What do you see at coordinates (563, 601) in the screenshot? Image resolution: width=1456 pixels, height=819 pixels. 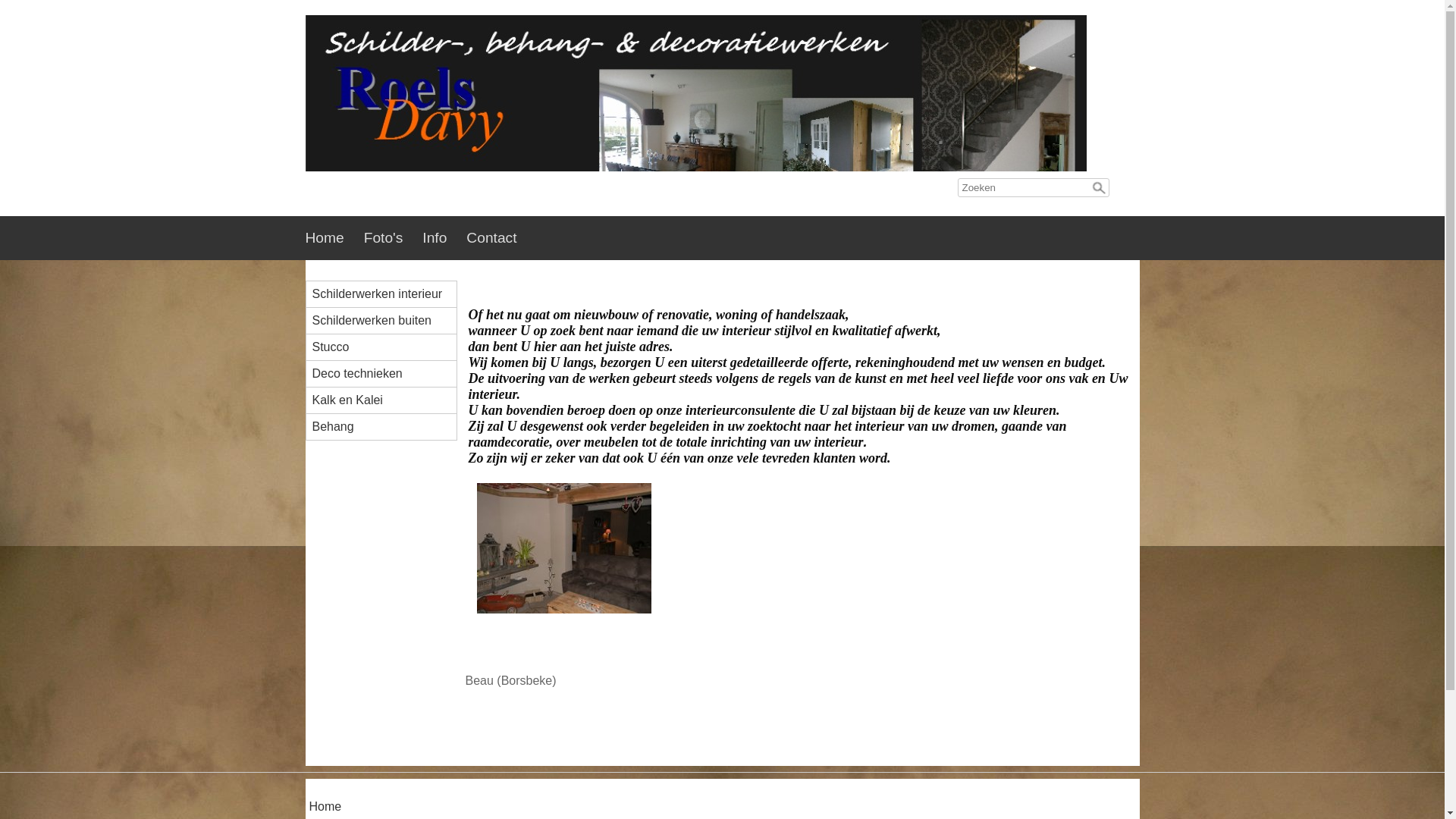 I see `'Beau (Borsbeke)'` at bounding box center [563, 601].